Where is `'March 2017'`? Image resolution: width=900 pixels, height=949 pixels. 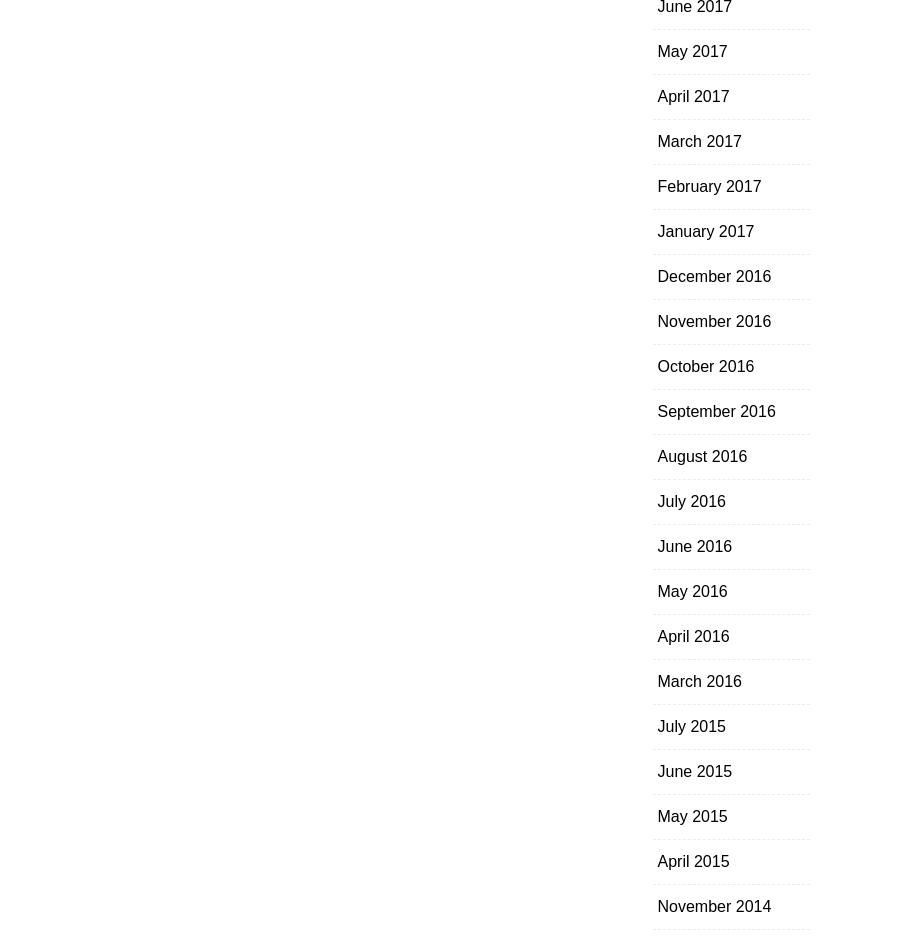 'March 2017' is located at coordinates (698, 141).